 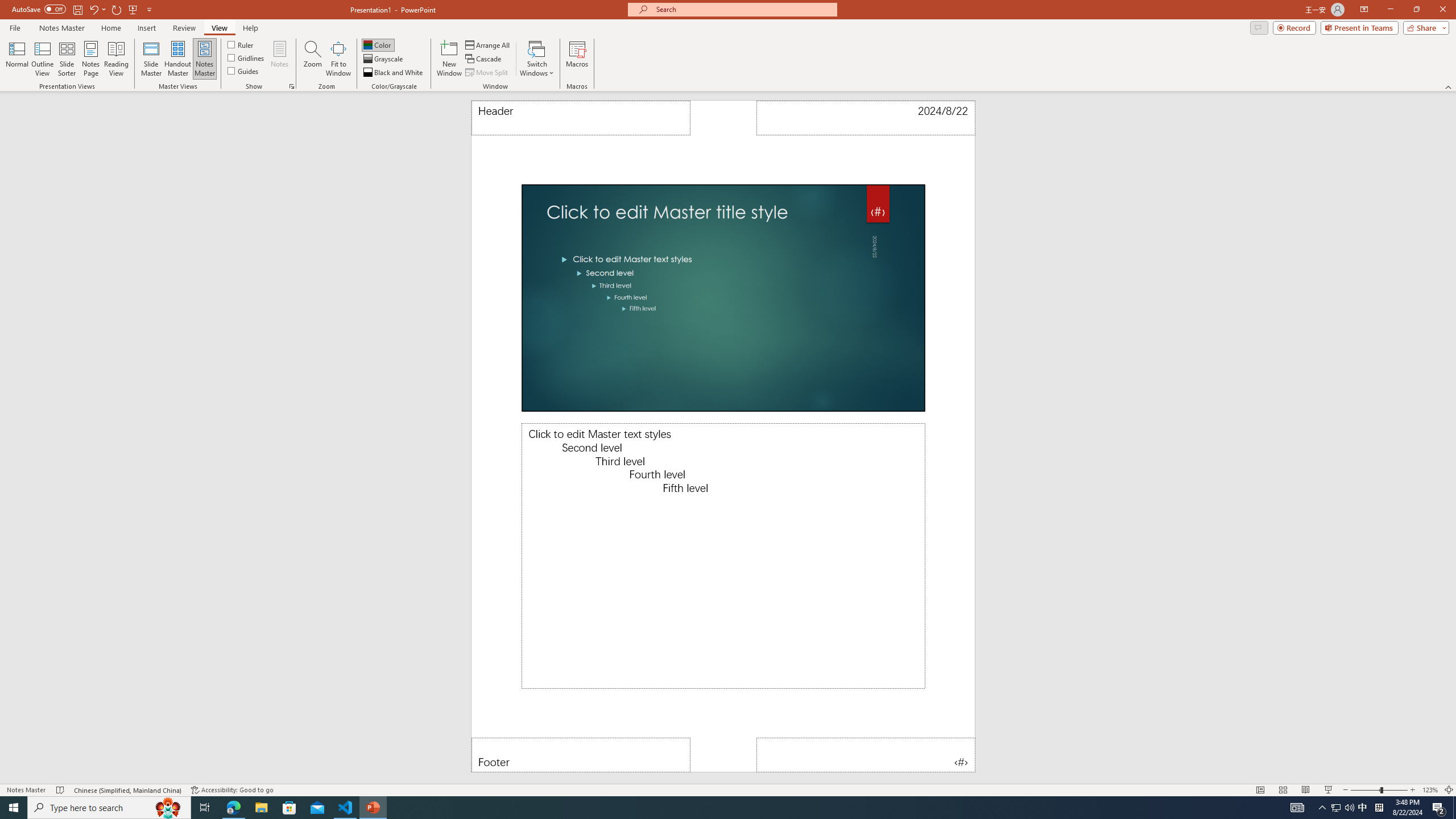 What do you see at coordinates (378, 44) in the screenshot?
I see `'Color'` at bounding box center [378, 44].